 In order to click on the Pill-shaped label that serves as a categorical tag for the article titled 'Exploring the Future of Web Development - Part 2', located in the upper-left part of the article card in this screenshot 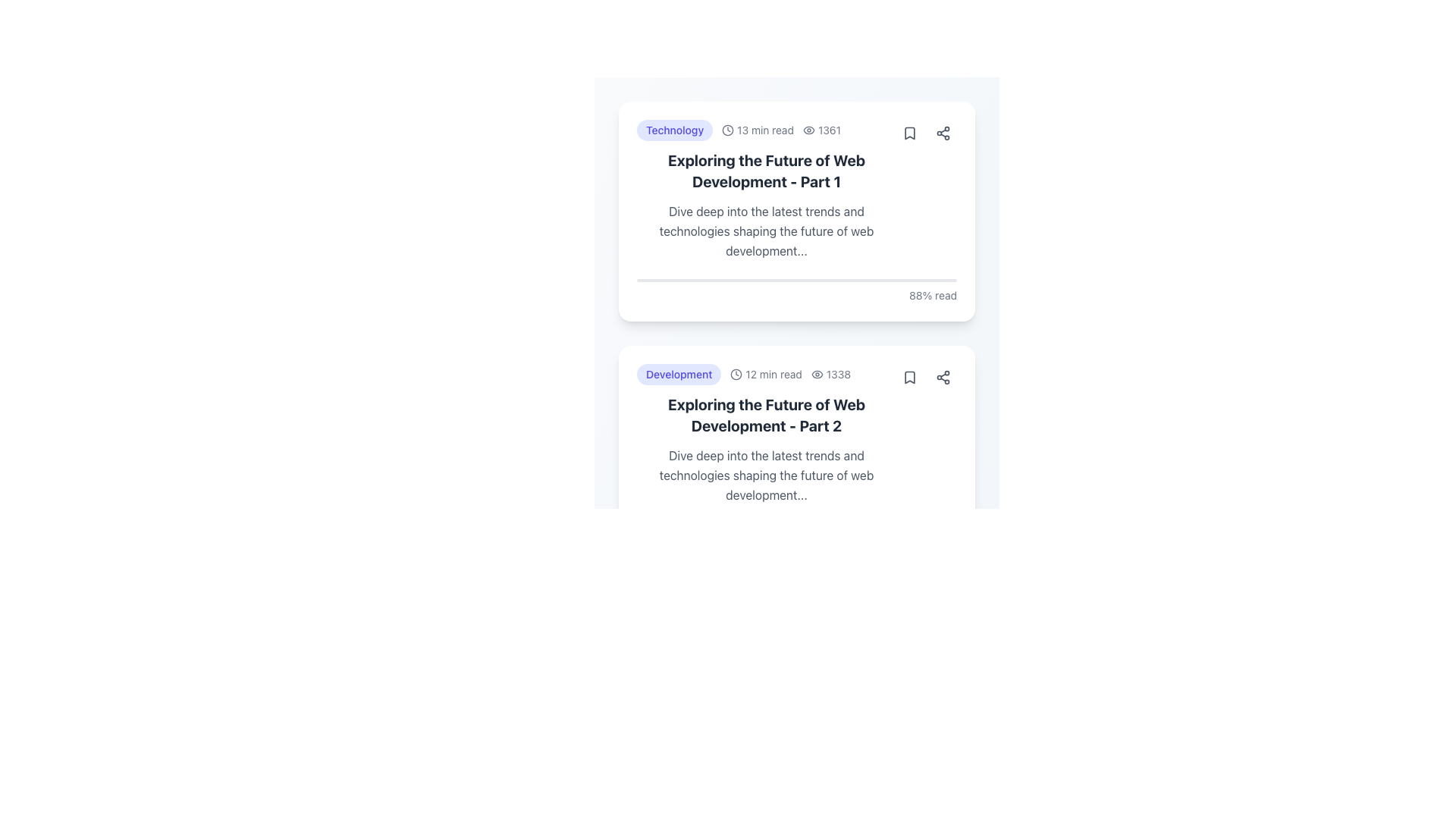, I will do `click(678, 374)`.